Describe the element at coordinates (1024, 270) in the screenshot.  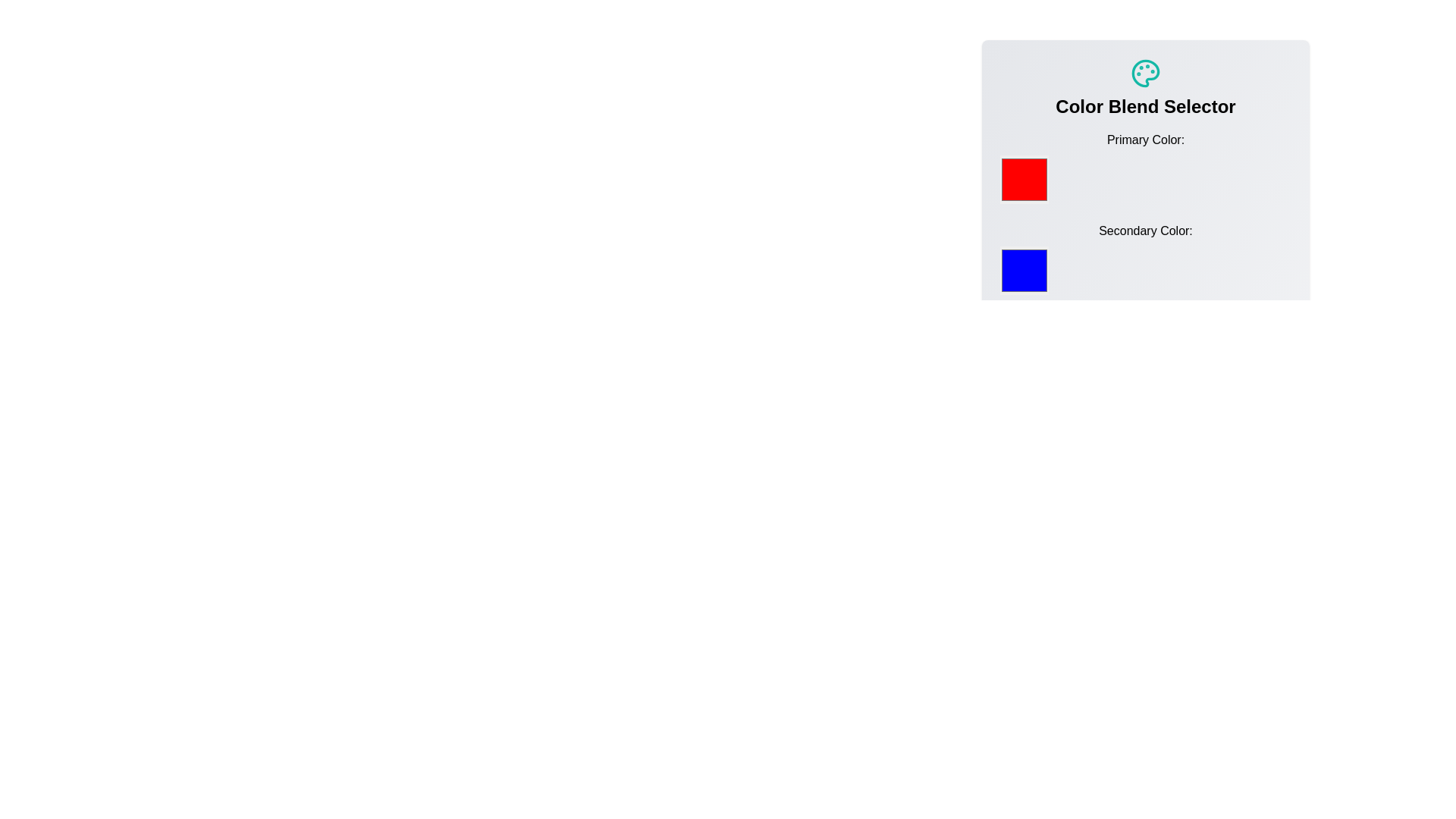
I see `the Color input box for the secondary color in the 'Color Blend Selector' interface` at that location.